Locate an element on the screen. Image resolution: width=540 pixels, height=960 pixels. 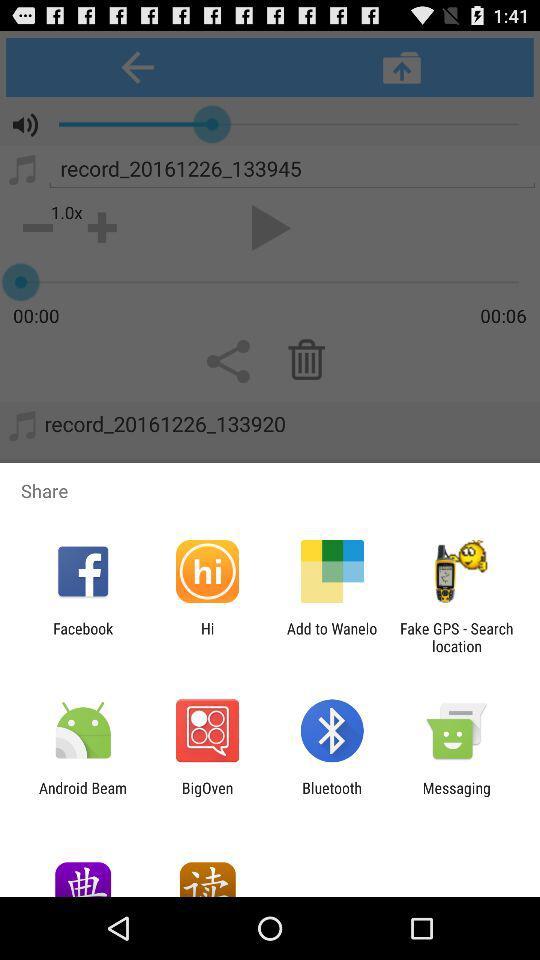
the facebook item is located at coordinates (82, 636).